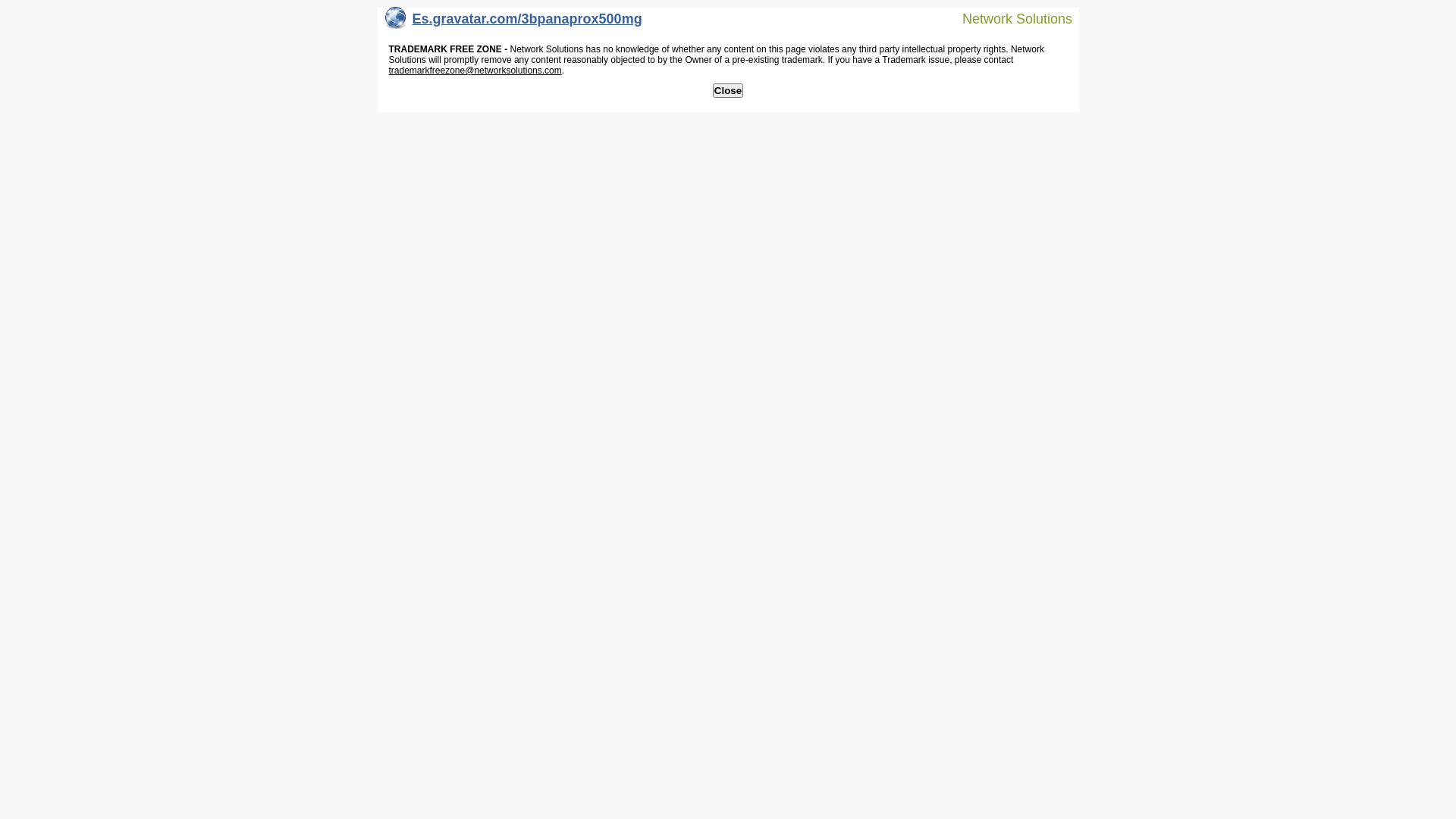 The height and width of the screenshot is (819, 1456). What do you see at coordinates (728, 90) in the screenshot?
I see `'Close'` at bounding box center [728, 90].